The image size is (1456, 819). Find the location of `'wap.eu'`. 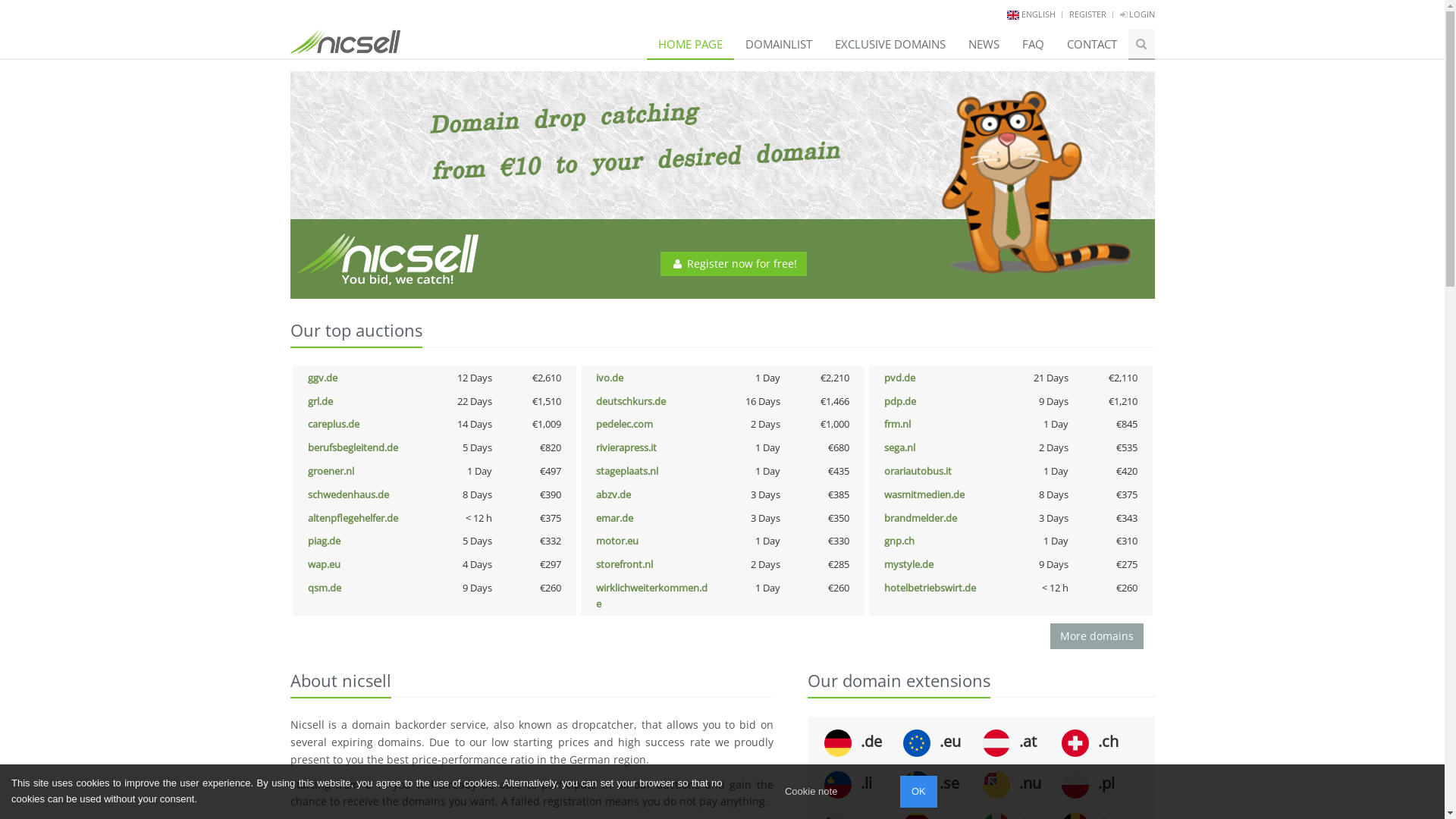

'wap.eu' is located at coordinates (323, 564).